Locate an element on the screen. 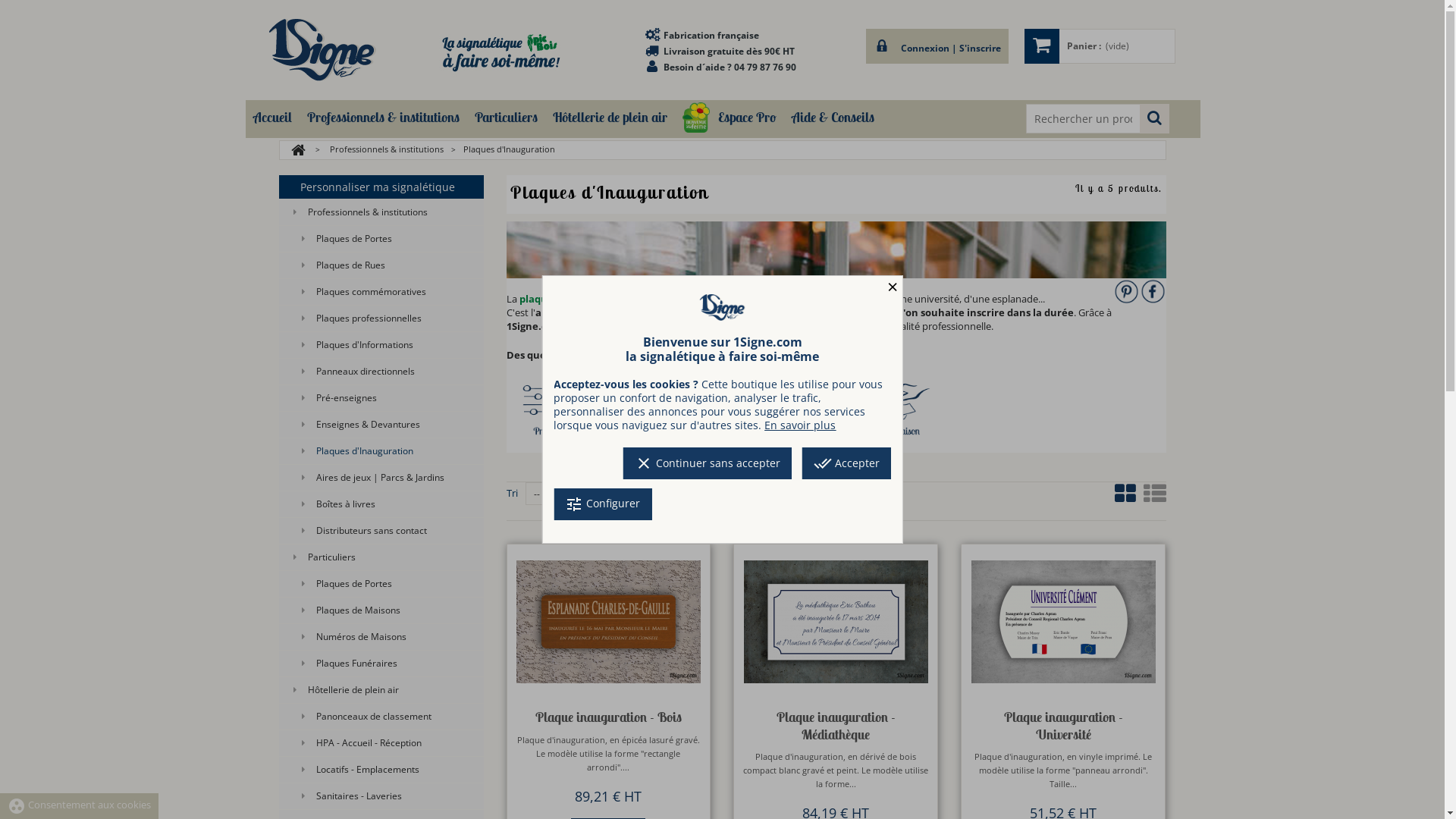  'Plaques de Rues' is located at coordinates (279, 265).